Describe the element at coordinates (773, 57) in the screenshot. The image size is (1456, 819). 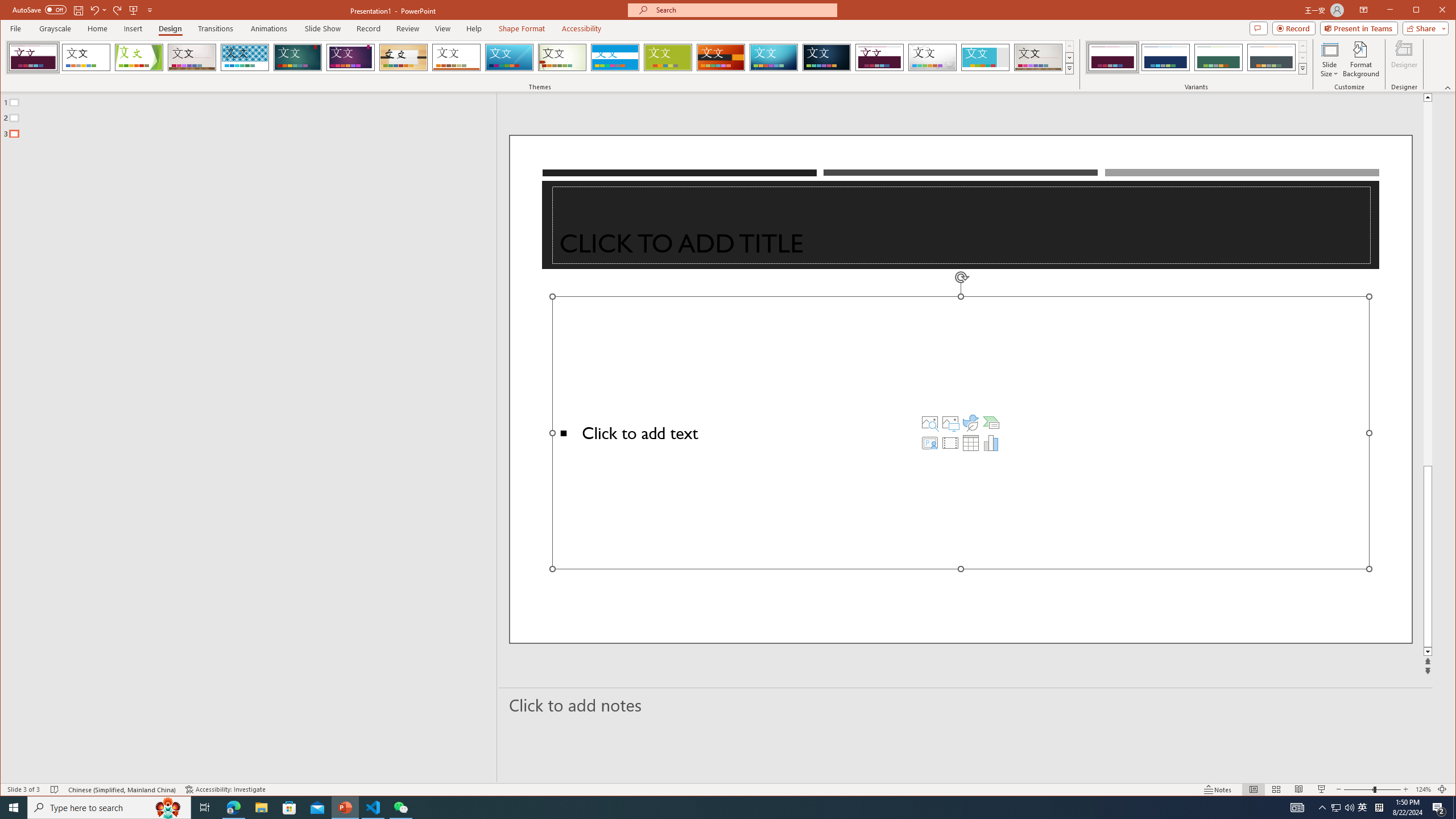
I see `'Circuit'` at that location.